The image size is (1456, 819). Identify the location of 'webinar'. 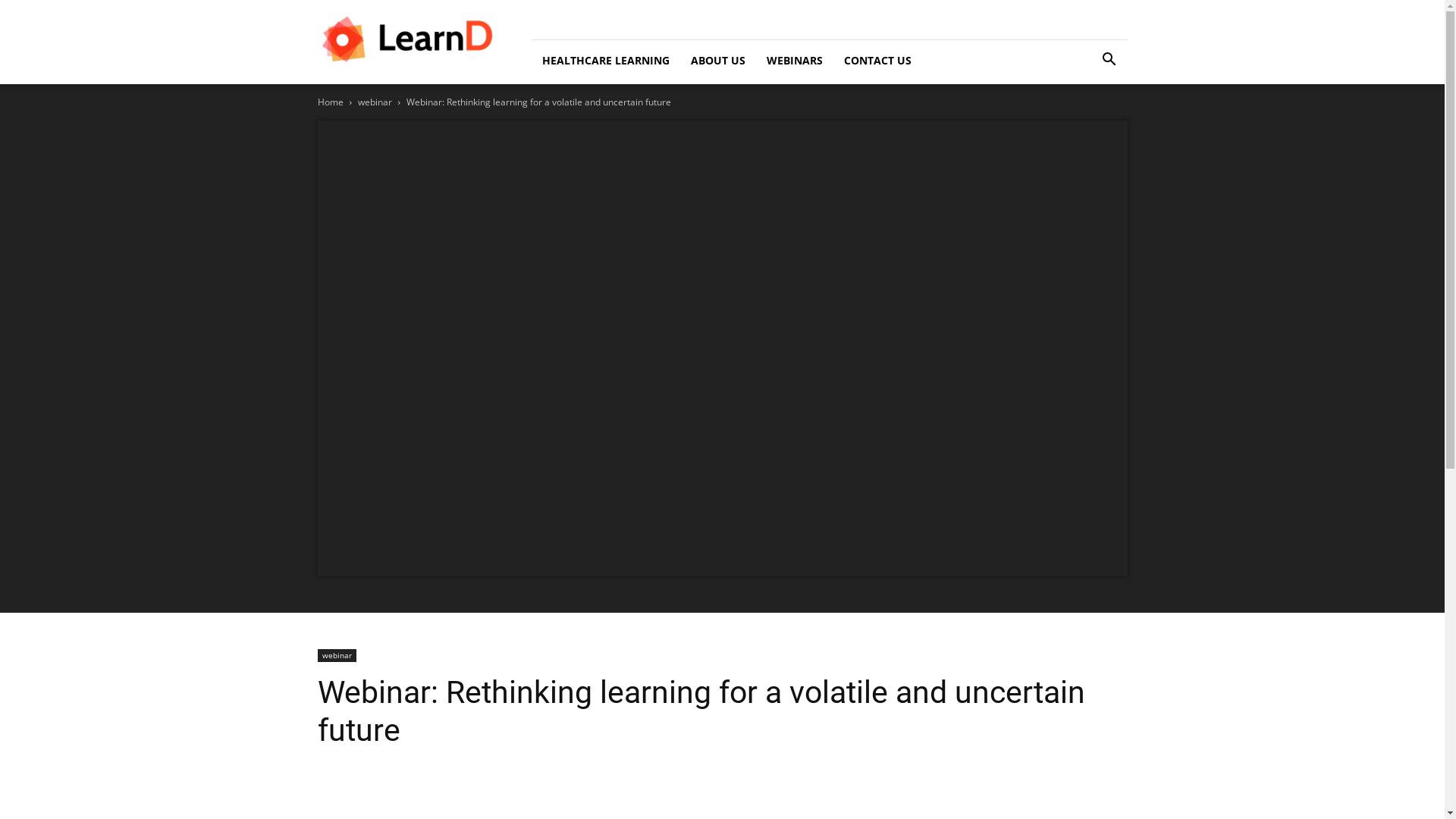
(356, 102).